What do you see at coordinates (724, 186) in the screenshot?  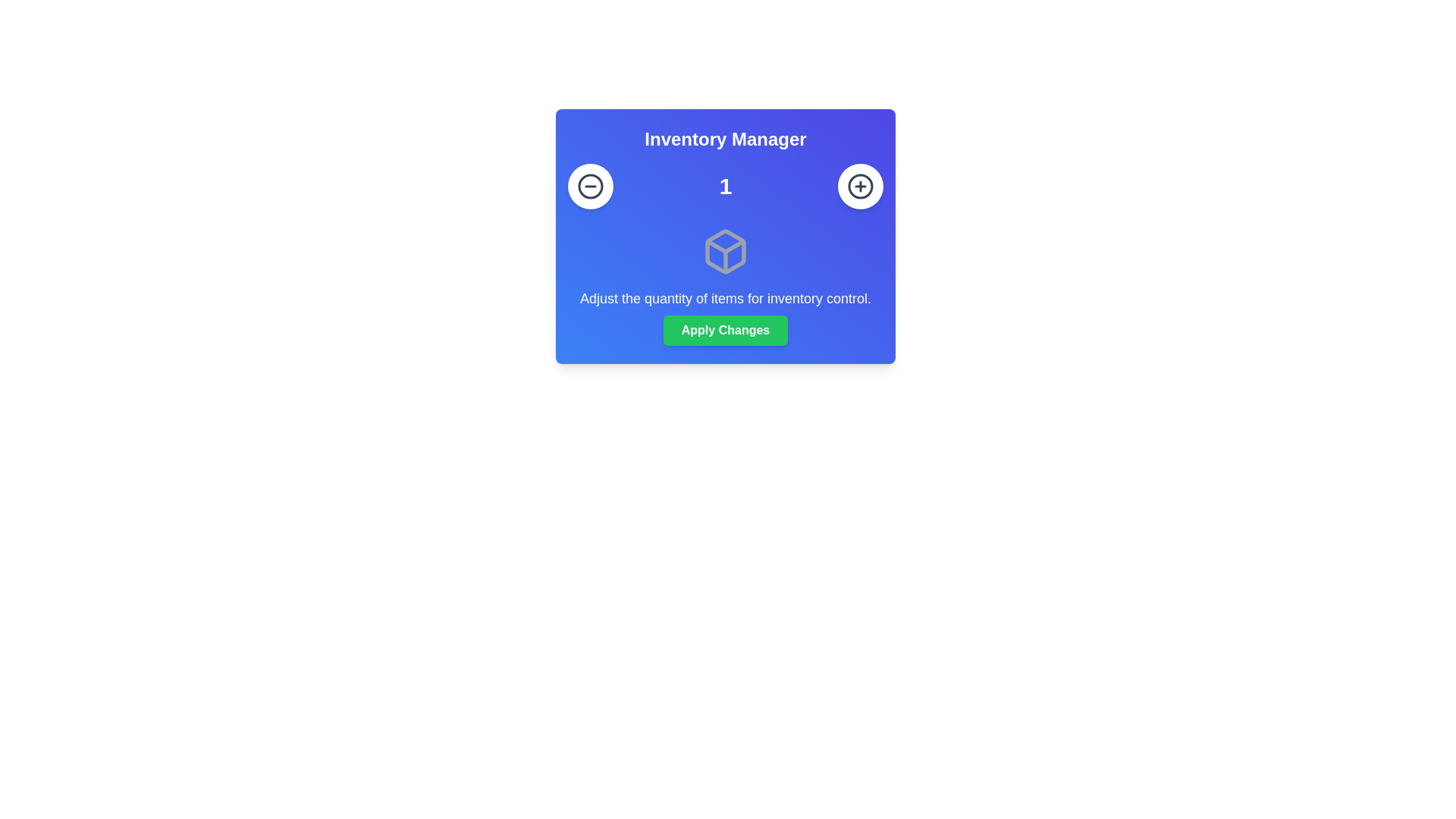 I see `numeral displayed in the label located centrally between the minus and plus buttons, below the title 'Inventory Manager' and above the cube icon` at bounding box center [724, 186].